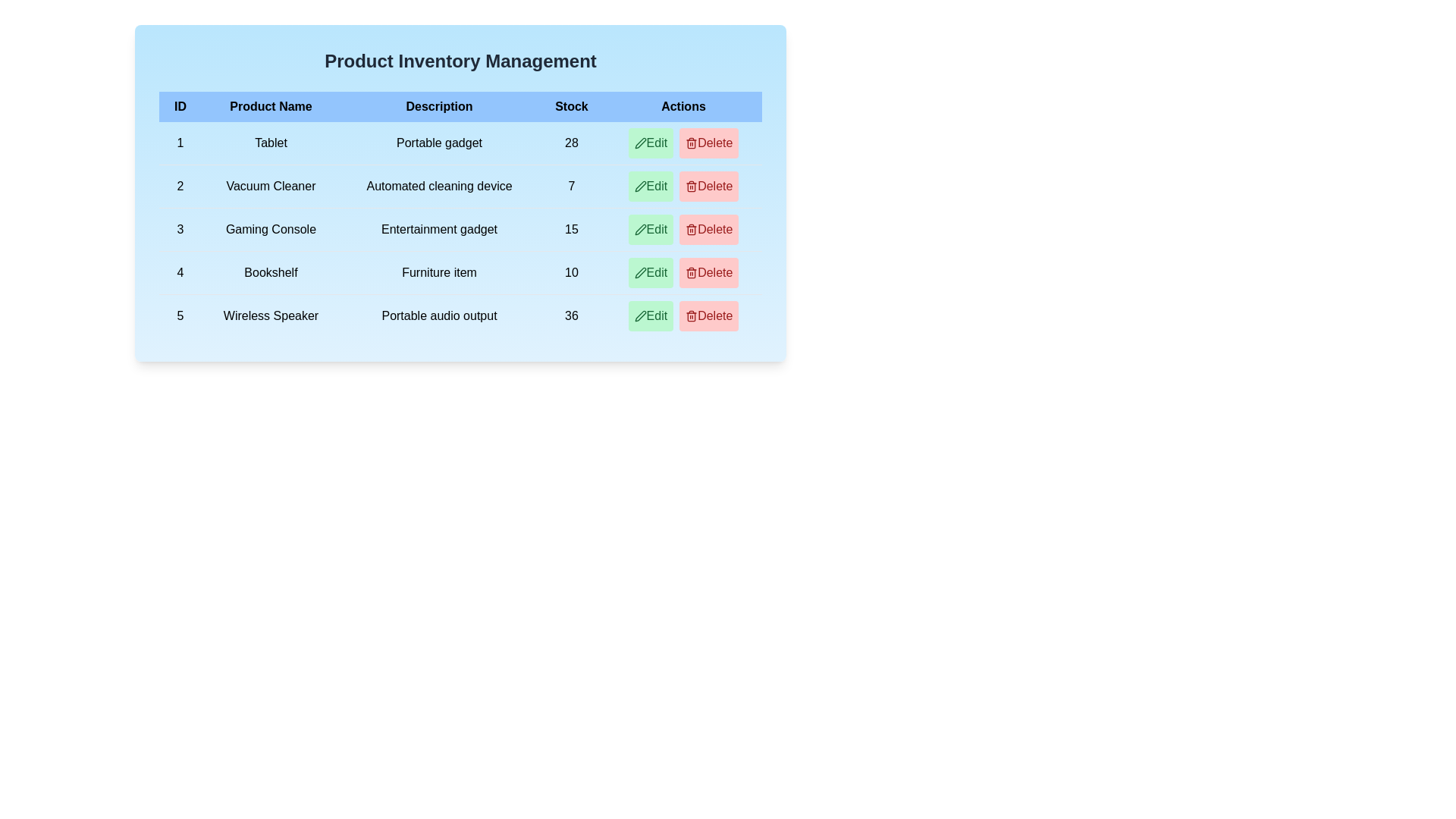 This screenshot has height=819, width=1456. What do you see at coordinates (570, 143) in the screenshot?
I see `non-editable numeric stock quantity displayed for the product 'Tablet' in the fourth column of the first row in the 'Stock' category of the table` at bounding box center [570, 143].